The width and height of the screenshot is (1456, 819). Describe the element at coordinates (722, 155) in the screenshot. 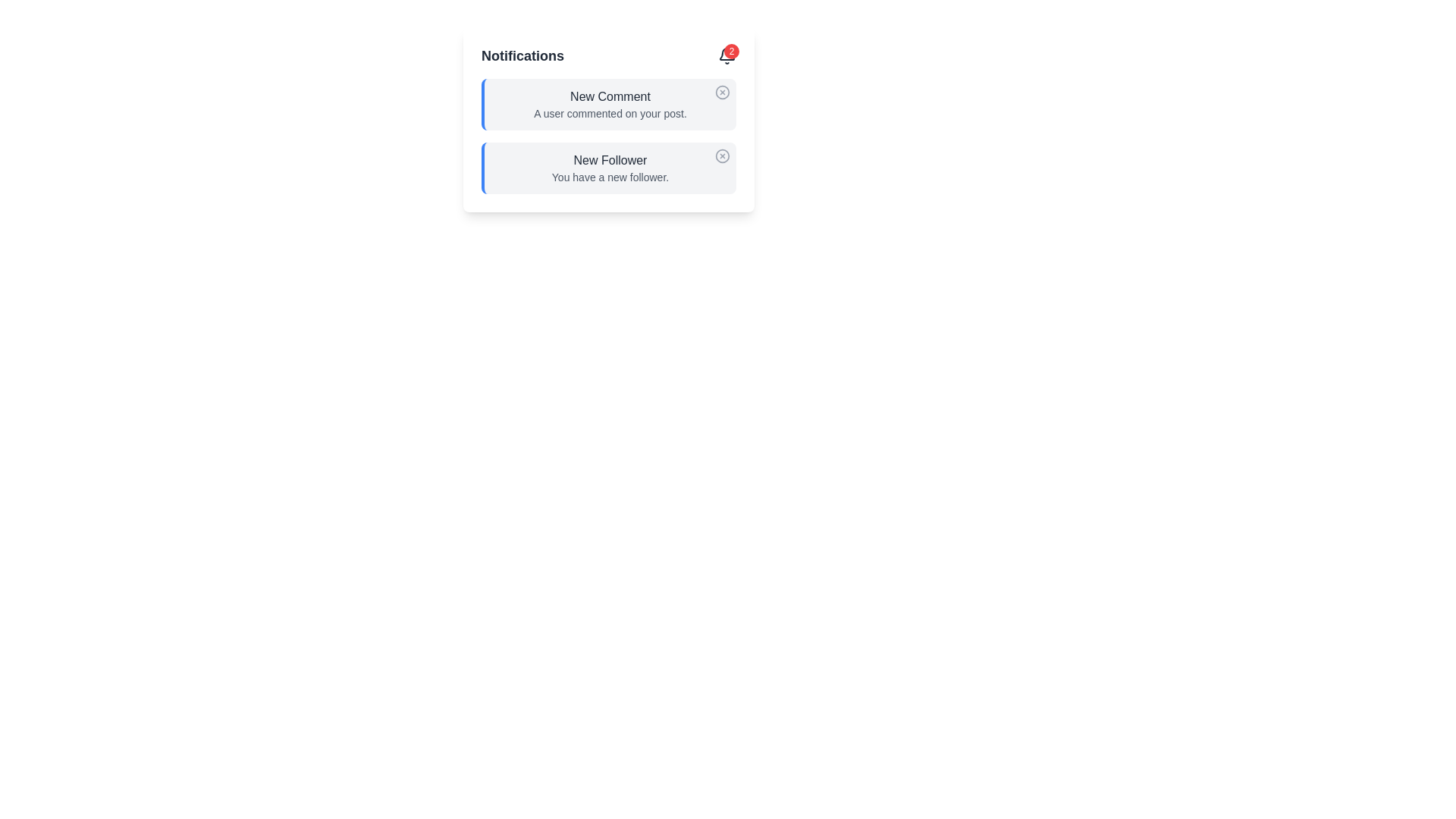

I see `the circular icon component used for interactive purposes, typically a cancel or close button, located within the last notification item in the notification interface` at that location.